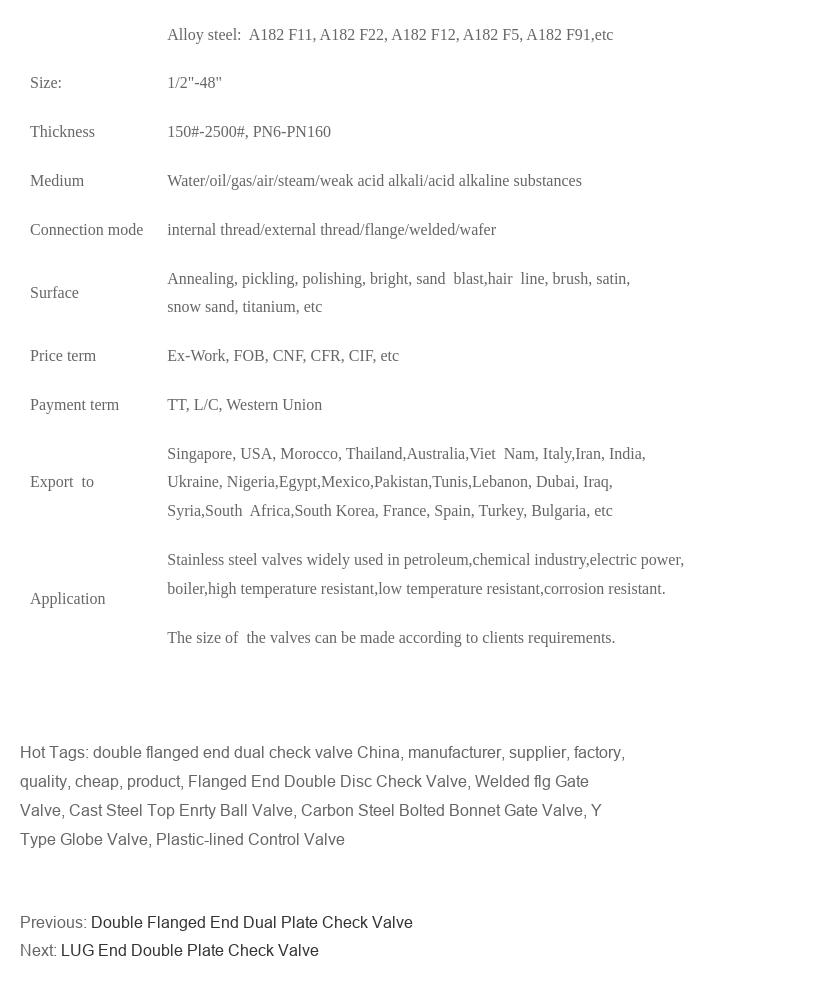 Image resolution: width=833 pixels, height=982 pixels. What do you see at coordinates (167, 509) in the screenshot?
I see `'Syria,South  Africa,South Korea, France, Spain, Turkey, Bulgaria, etc'` at bounding box center [167, 509].